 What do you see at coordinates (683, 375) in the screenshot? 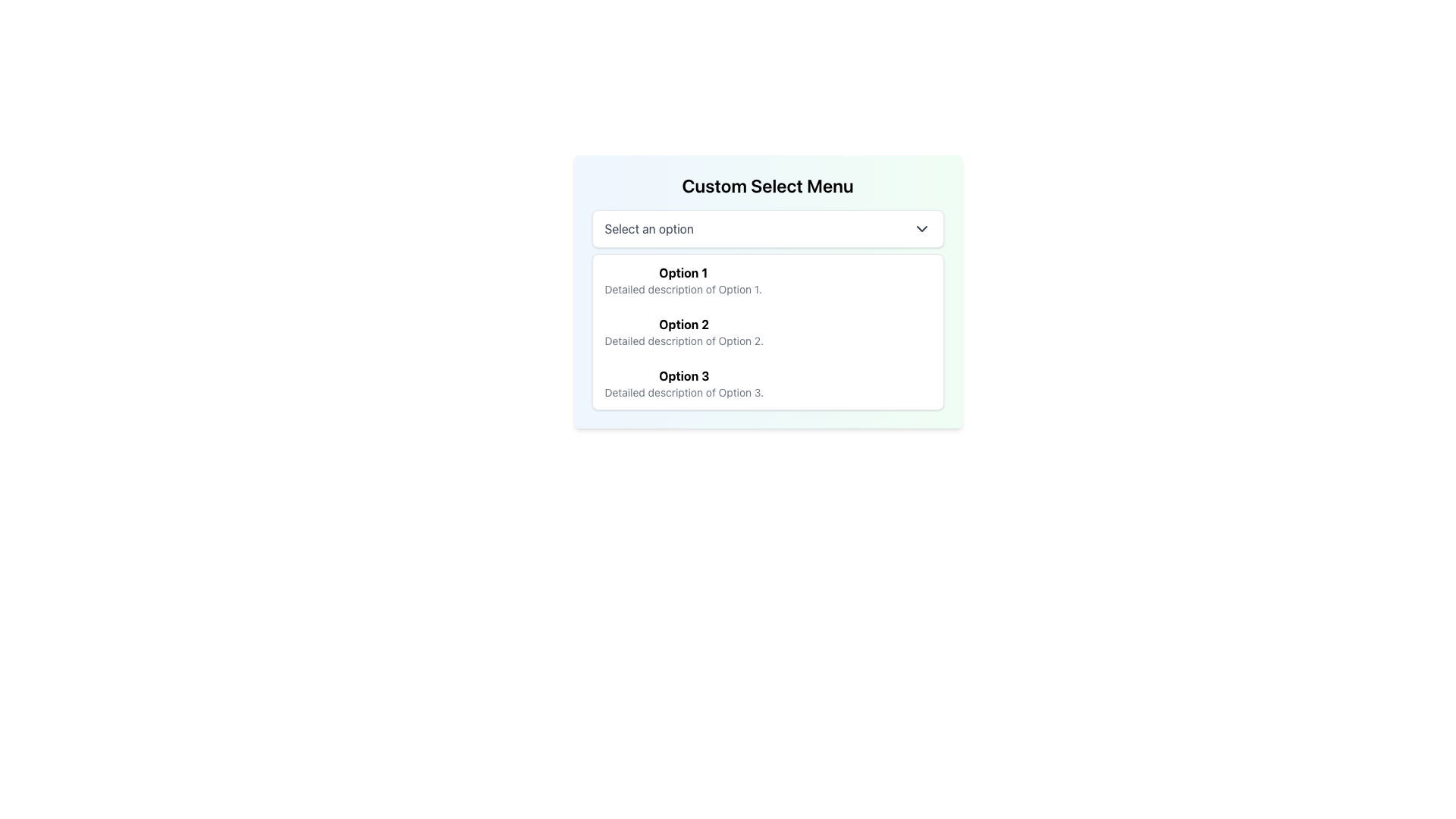
I see `the bold-styled text element labeled 'Option 3' located within the dropdown options list of a custom select menu` at bounding box center [683, 375].